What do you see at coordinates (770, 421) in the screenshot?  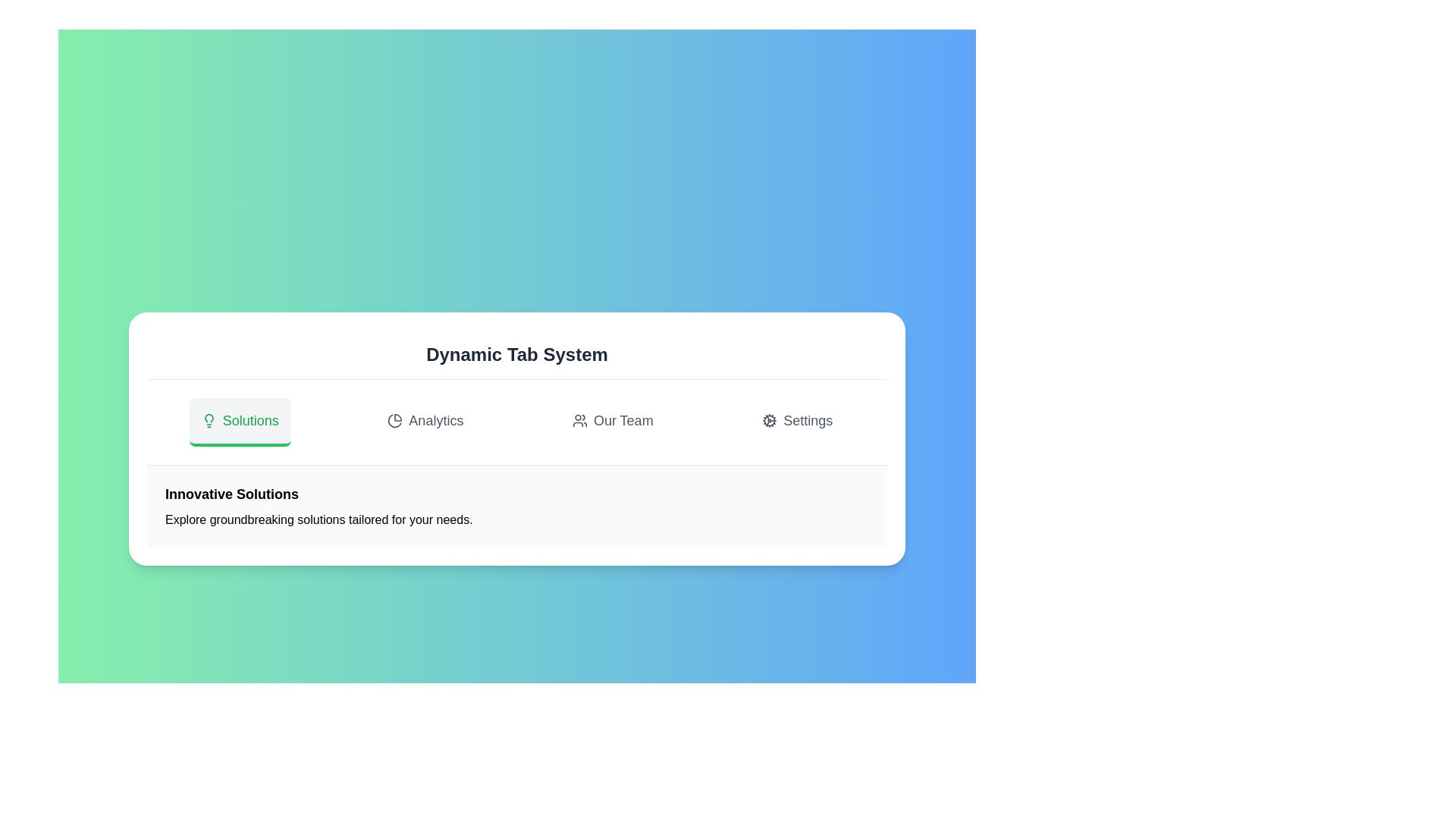 I see `the settings icon located to the left of the 'Settings' text label in the navigation menu bar` at bounding box center [770, 421].